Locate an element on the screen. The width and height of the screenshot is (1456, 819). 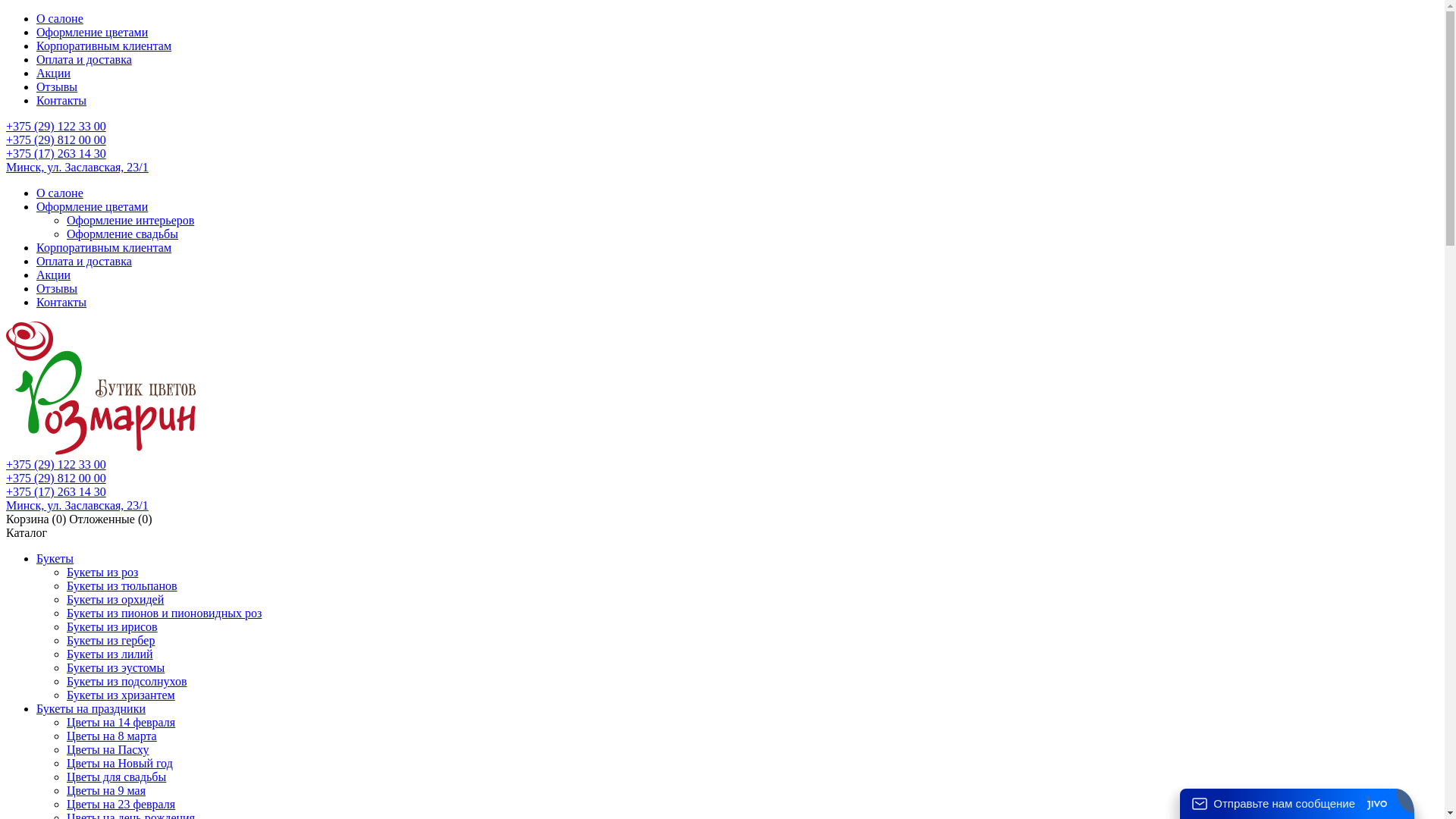
'+375 (17) 263 14 30' is located at coordinates (55, 491).